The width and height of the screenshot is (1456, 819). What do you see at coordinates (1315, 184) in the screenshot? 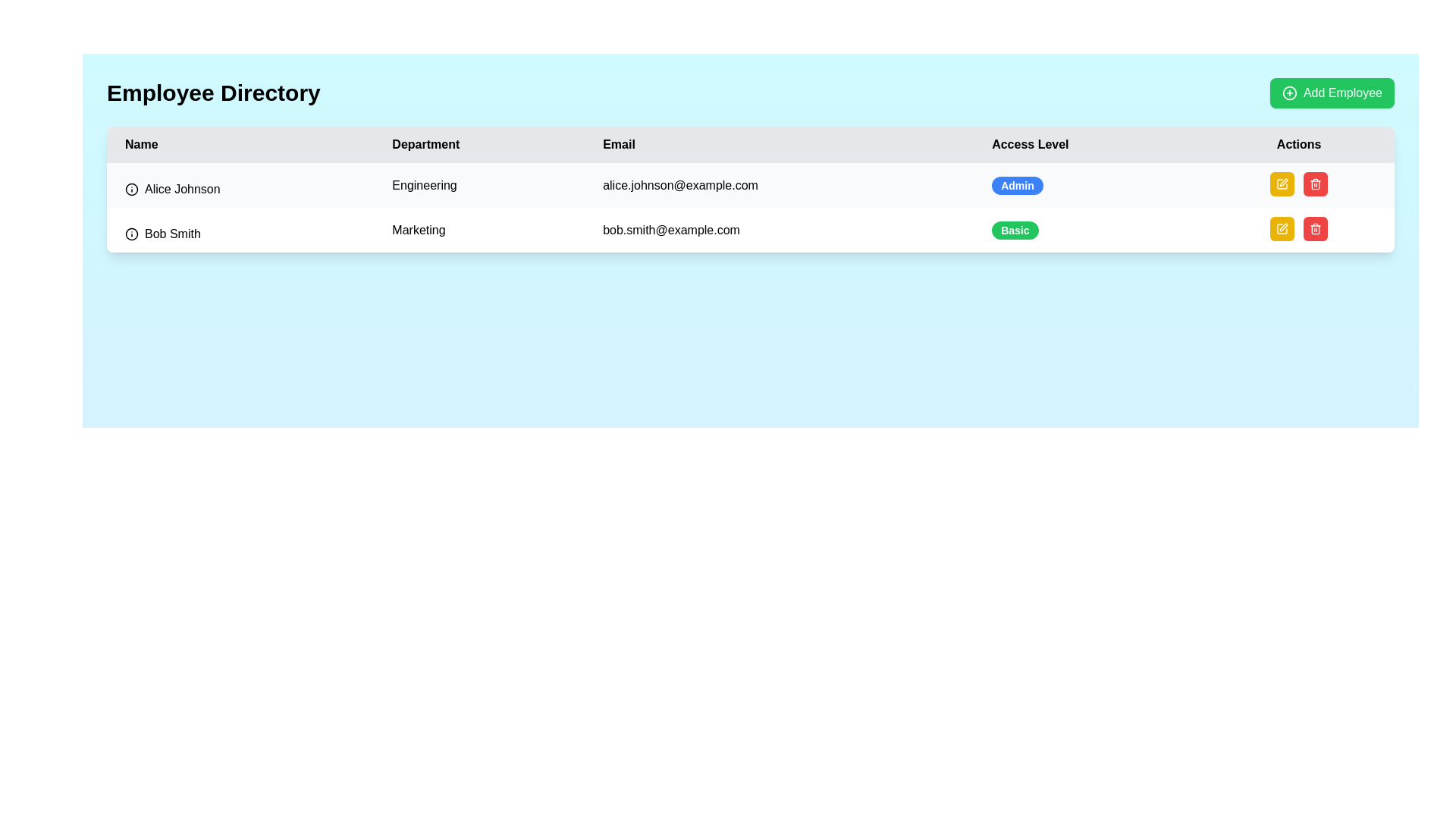
I see `the delete button in the 'Actions' column of the second row` at bounding box center [1315, 184].